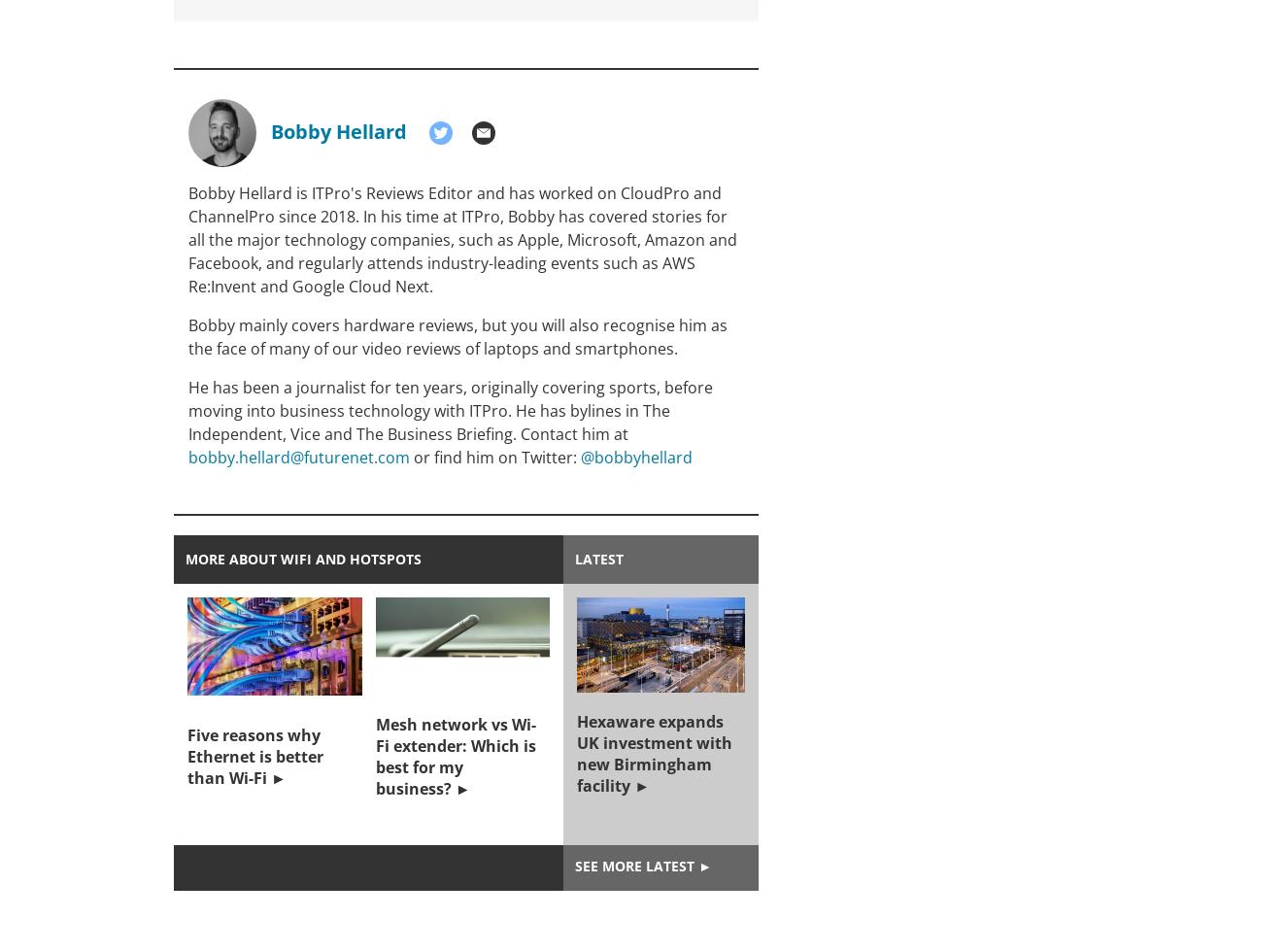  Describe the element at coordinates (298, 457) in the screenshot. I see `'bobby.hellard@futurenet.com'` at that location.